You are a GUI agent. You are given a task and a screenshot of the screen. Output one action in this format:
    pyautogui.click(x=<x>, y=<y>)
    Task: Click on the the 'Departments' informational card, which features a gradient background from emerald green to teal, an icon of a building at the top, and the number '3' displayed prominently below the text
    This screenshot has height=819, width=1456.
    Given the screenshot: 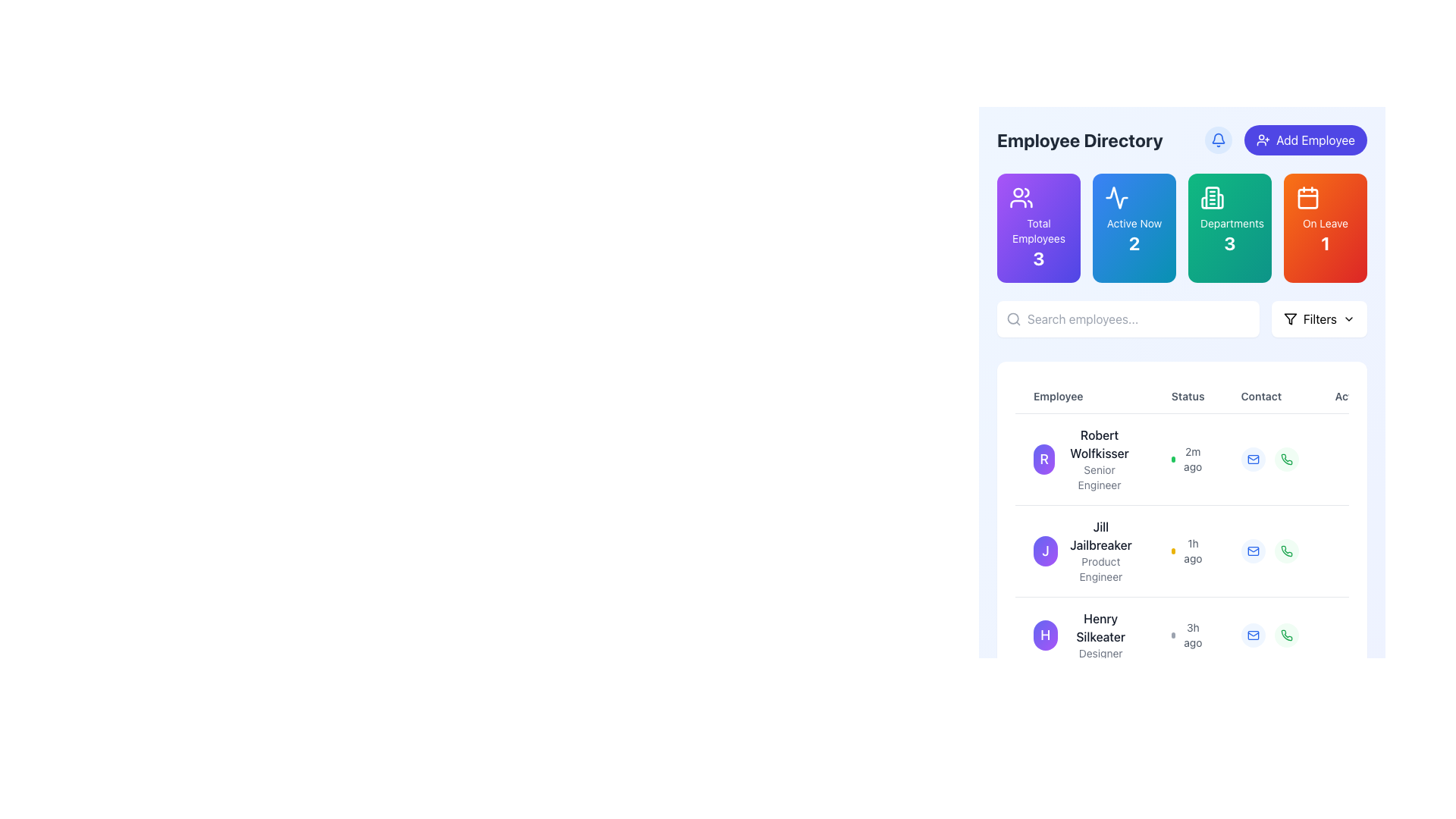 What is the action you would take?
    pyautogui.click(x=1230, y=227)
    